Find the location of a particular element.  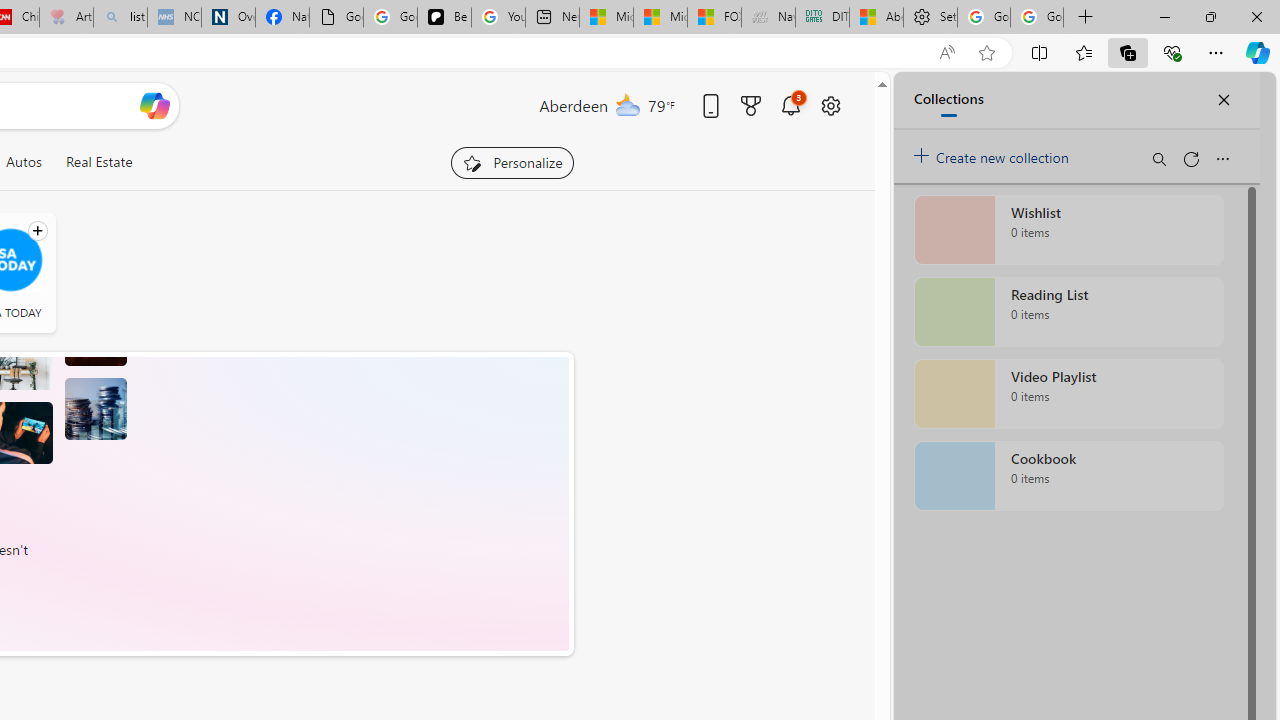

'Google Analytics Opt-out Browser Add-on Download Page' is located at coordinates (336, 17).